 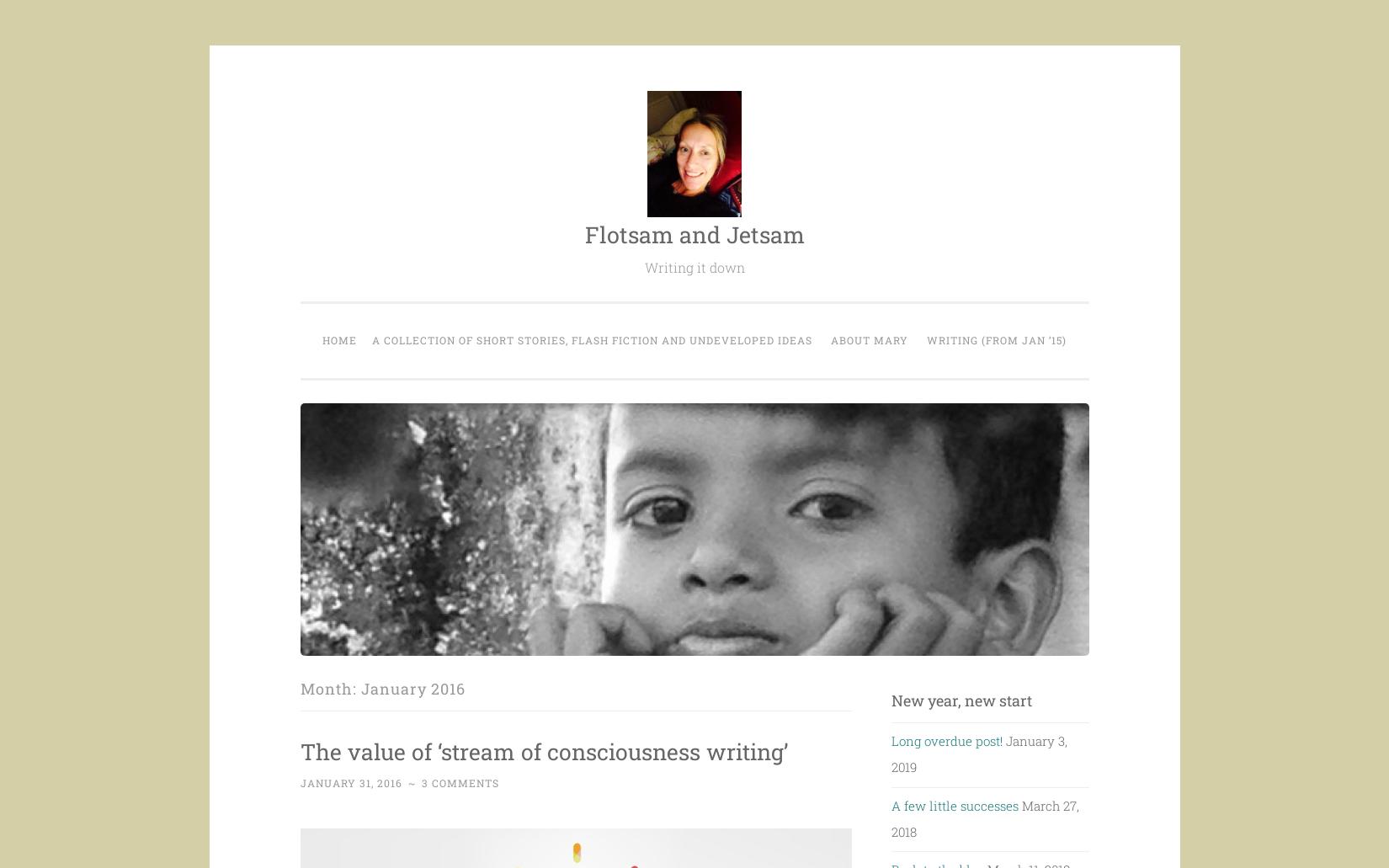 What do you see at coordinates (891, 804) in the screenshot?
I see `'A few little successes'` at bounding box center [891, 804].